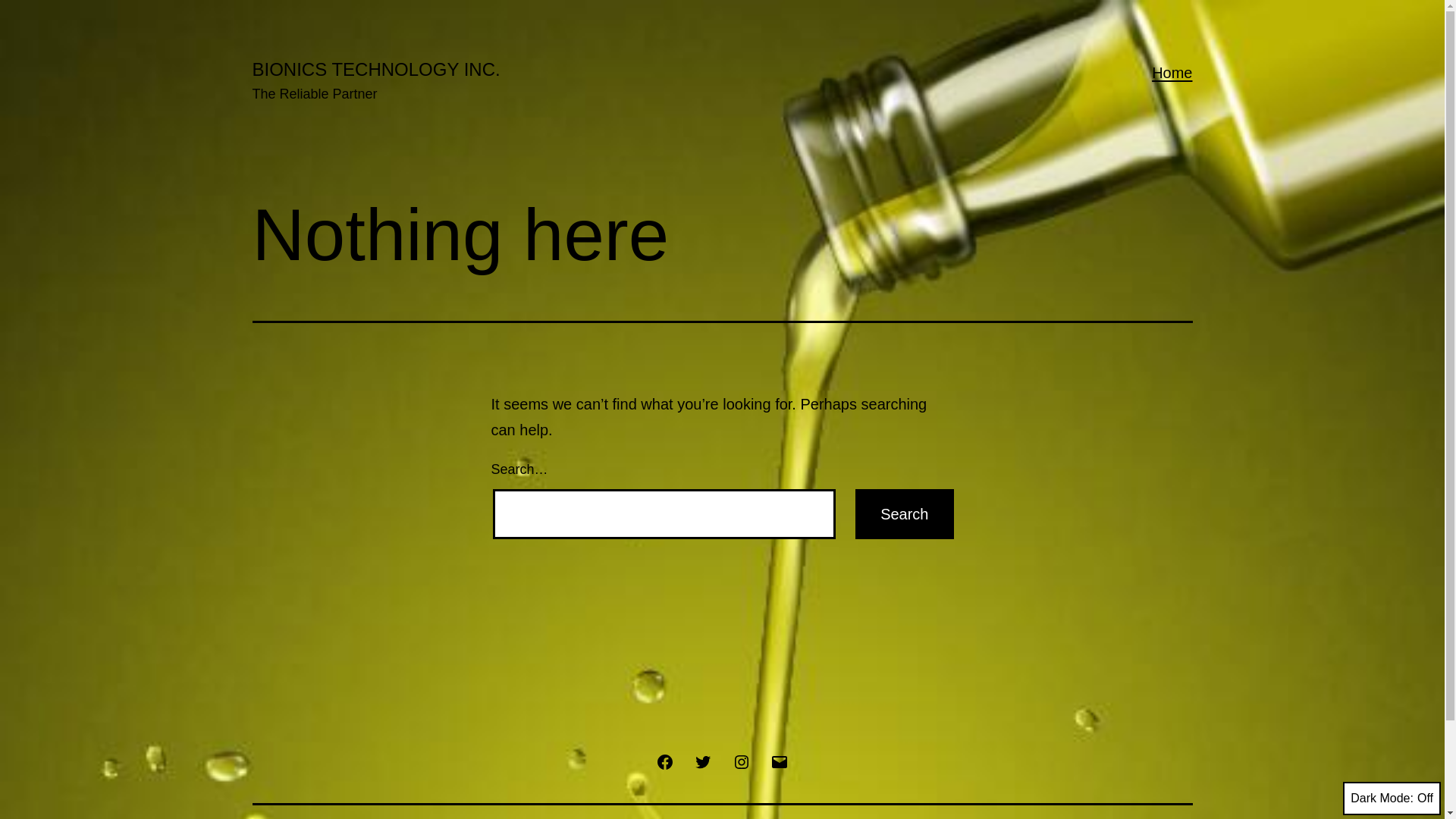 The width and height of the screenshot is (1456, 819). What do you see at coordinates (701, 761) in the screenshot?
I see `'Twitter'` at bounding box center [701, 761].